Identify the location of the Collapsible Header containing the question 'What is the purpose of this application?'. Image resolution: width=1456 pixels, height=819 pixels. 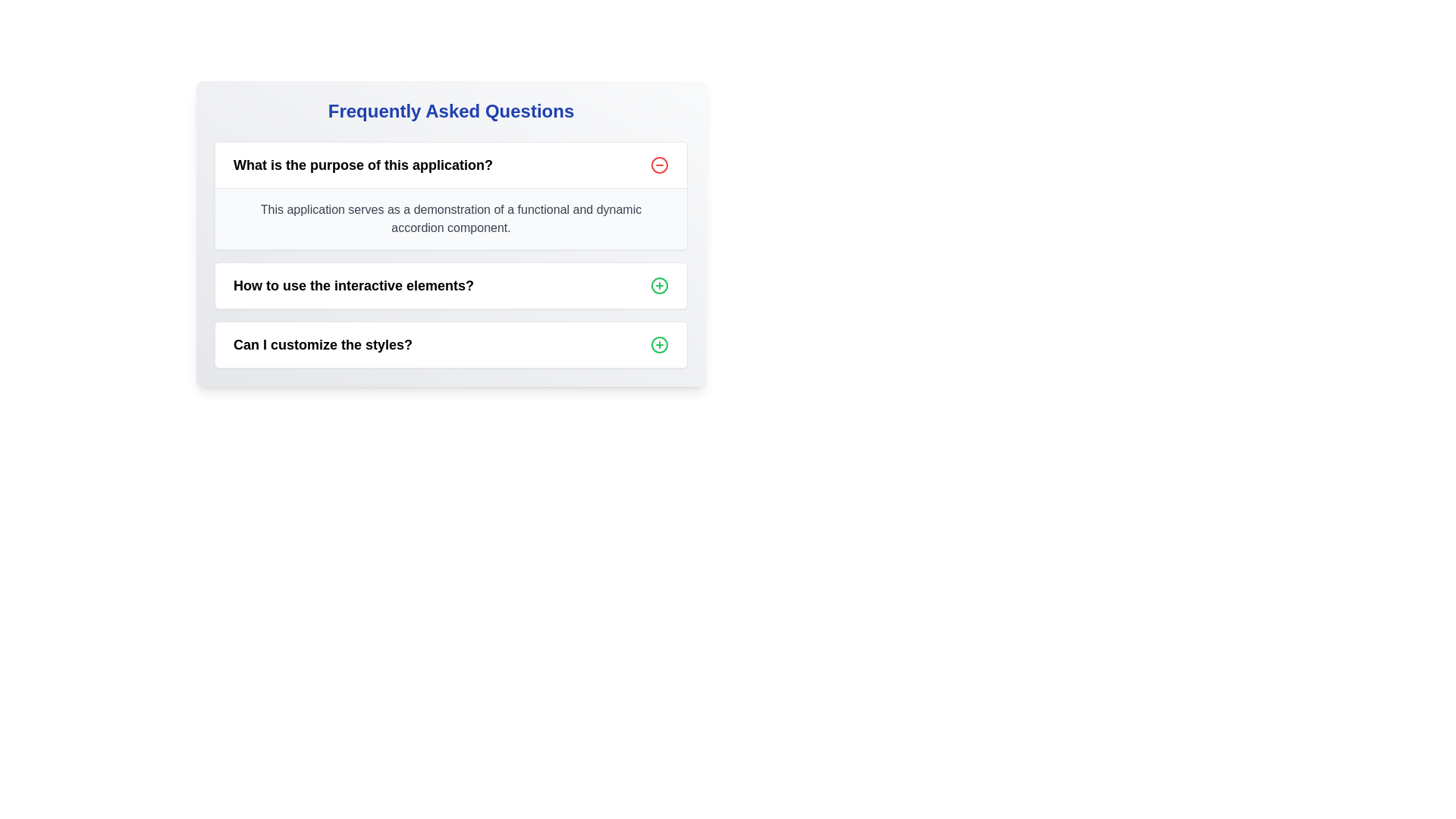
(450, 165).